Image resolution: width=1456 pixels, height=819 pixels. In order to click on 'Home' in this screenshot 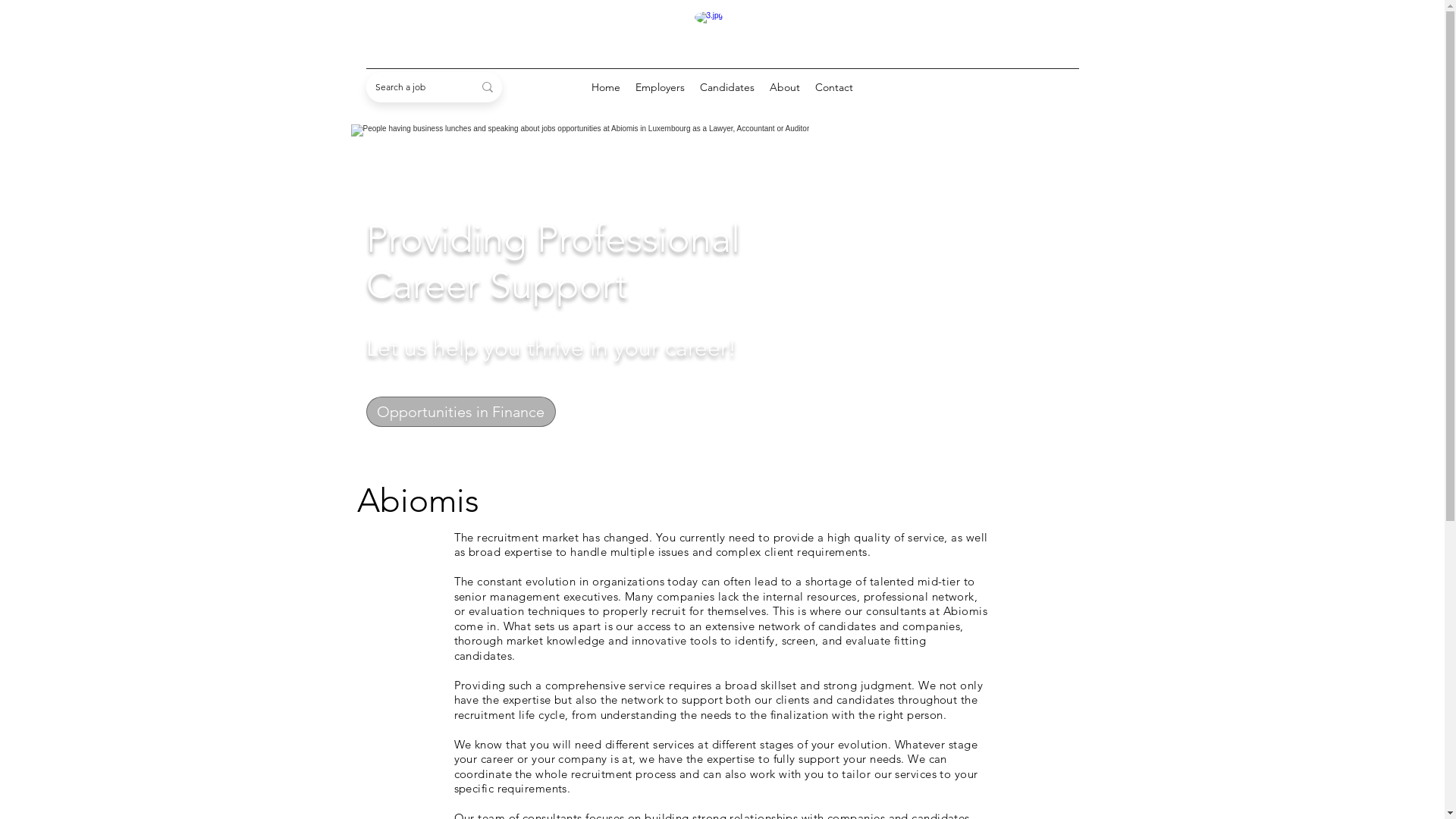, I will do `click(604, 87)`.